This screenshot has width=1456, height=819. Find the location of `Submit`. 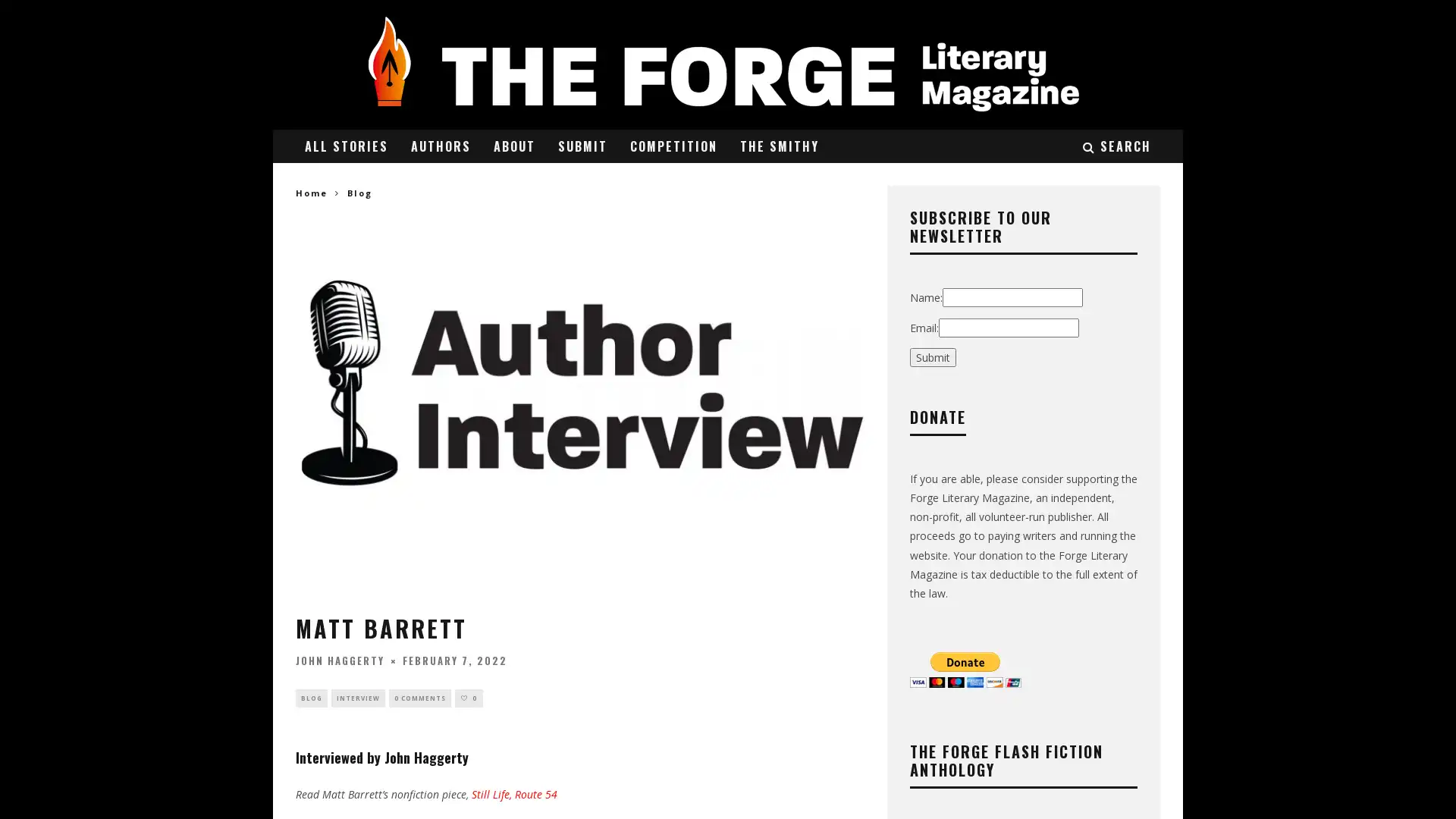

Submit is located at coordinates (932, 356).